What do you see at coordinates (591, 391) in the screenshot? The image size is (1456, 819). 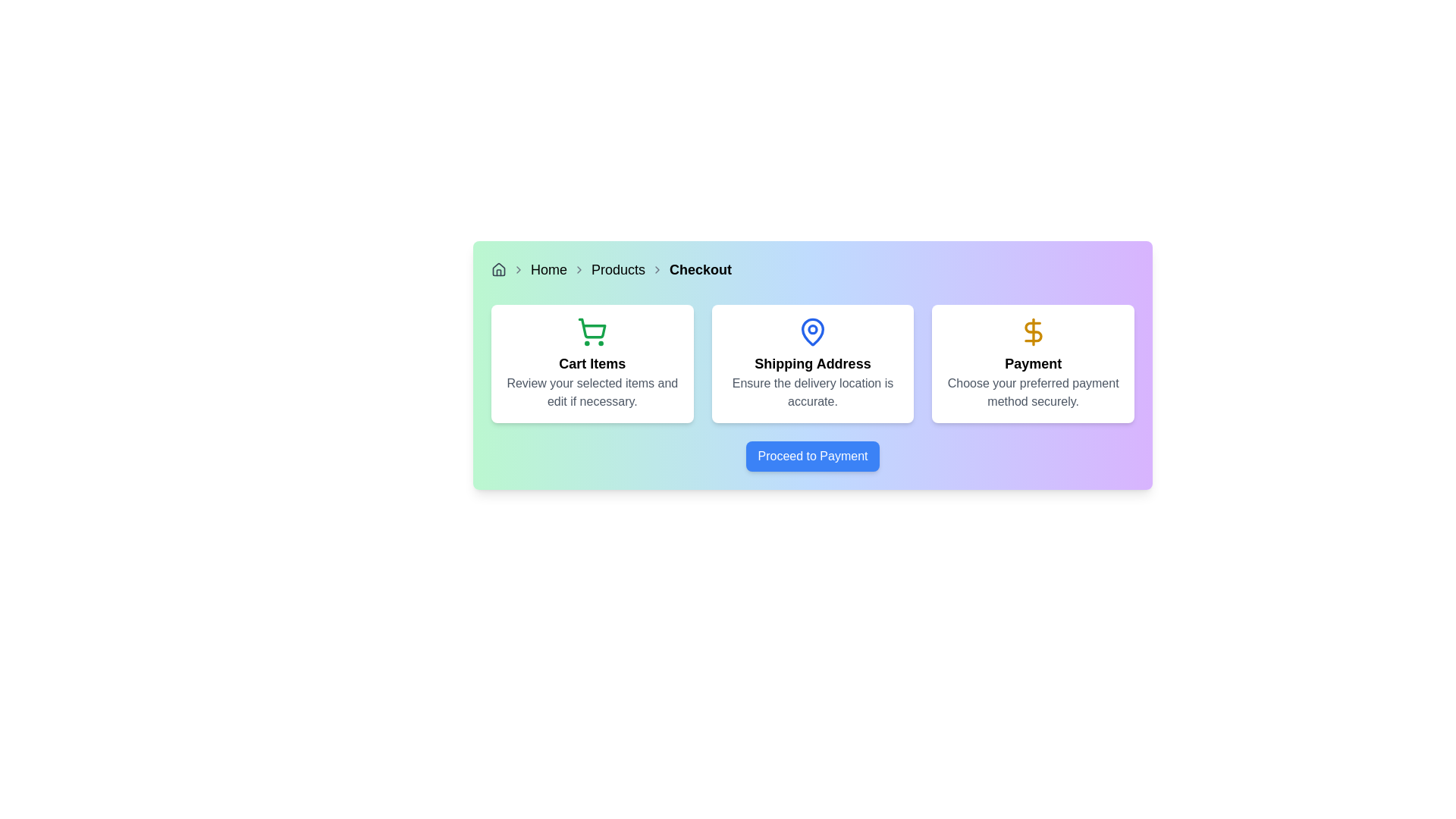 I see `the text label that displays 'Review your selected items and edit if necessary.', which is located below the 'Cart Items' title and adjacent to the green shopping cart icon within the card interface` at bounding box center [591, 391].